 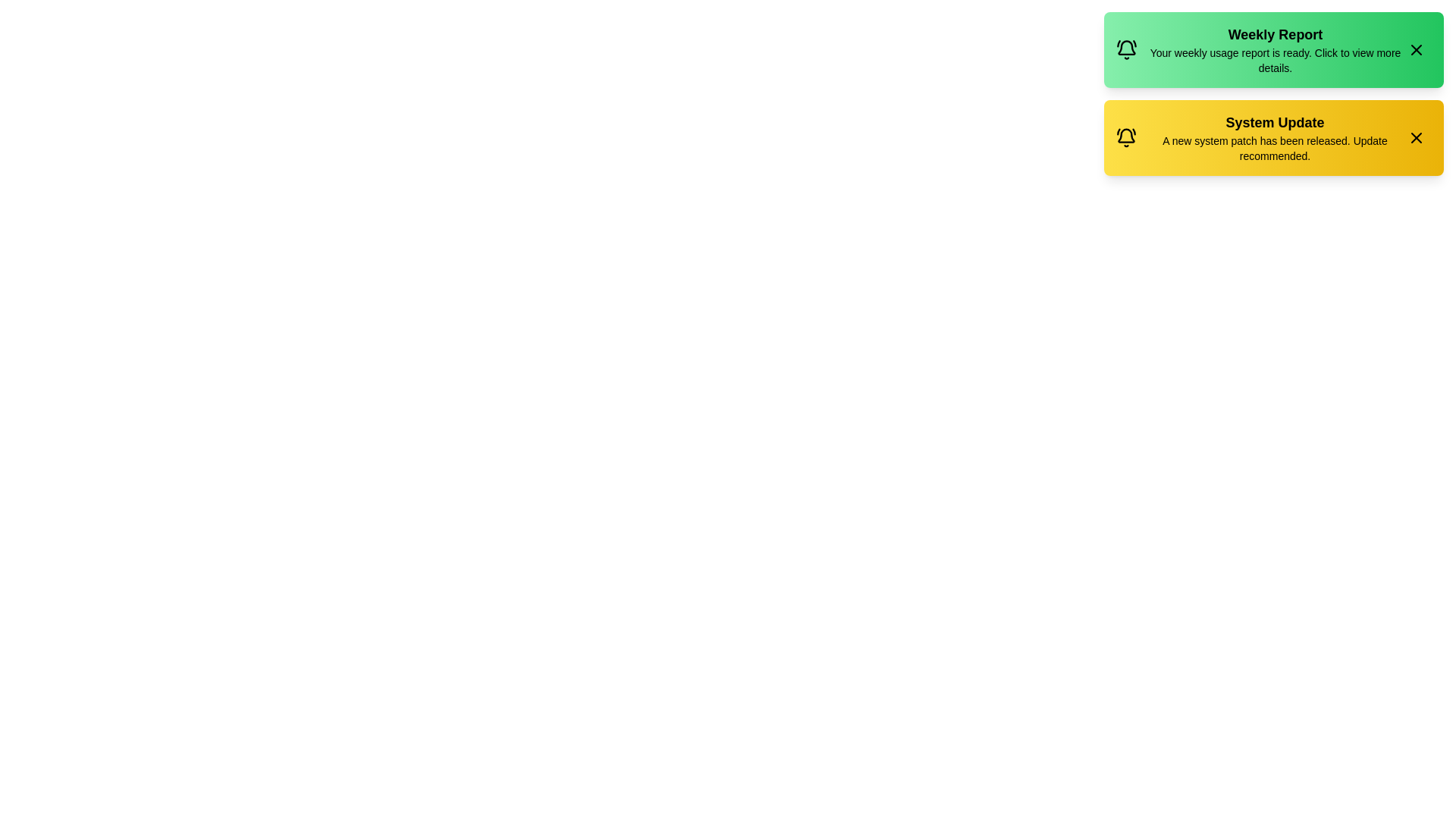 I want to click on the alert to copy its text content, so click(x=1274, y=49).